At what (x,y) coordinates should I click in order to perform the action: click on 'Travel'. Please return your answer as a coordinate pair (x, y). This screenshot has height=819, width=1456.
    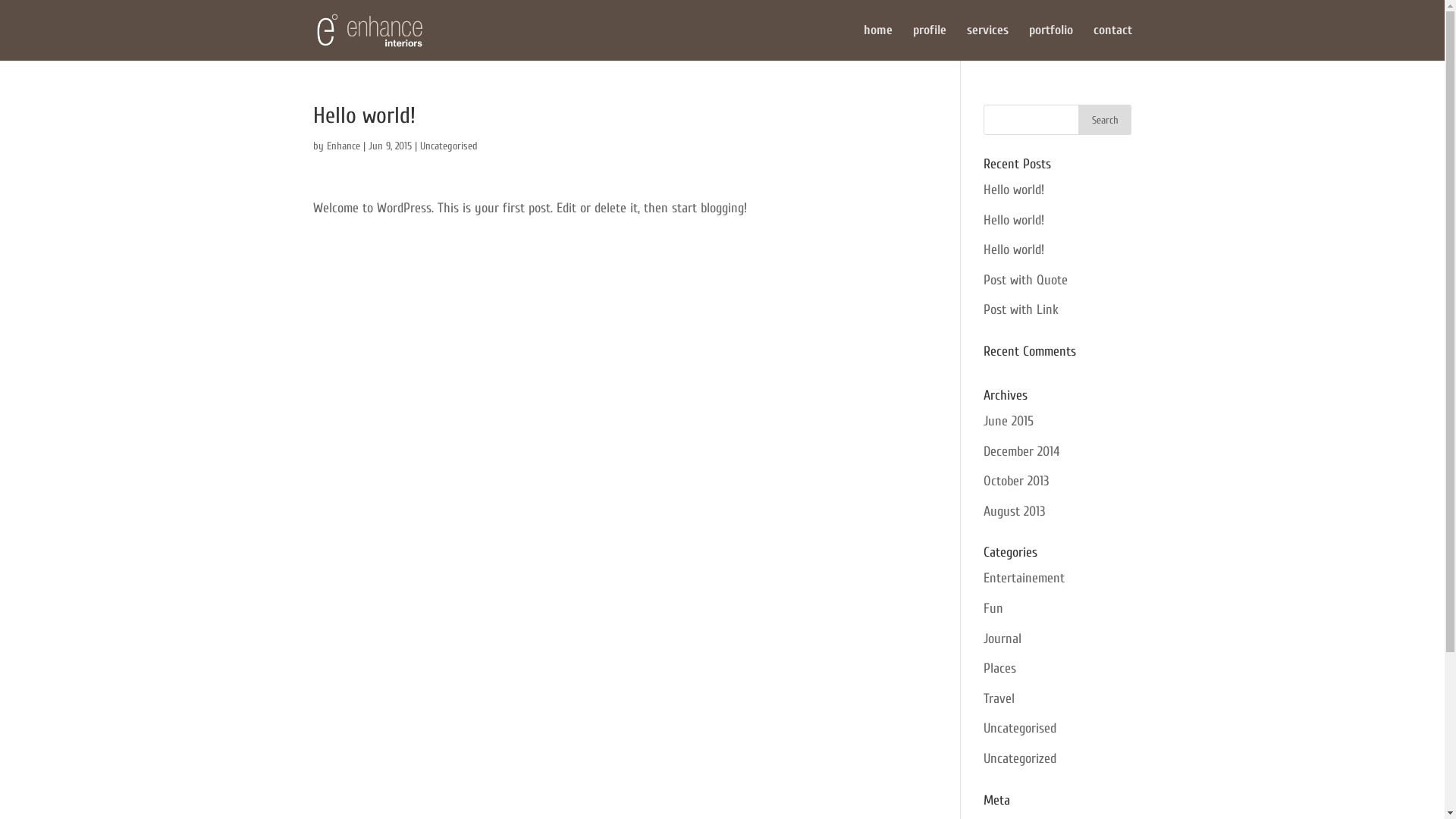
    Looking at the image, I should click on (983, 698).